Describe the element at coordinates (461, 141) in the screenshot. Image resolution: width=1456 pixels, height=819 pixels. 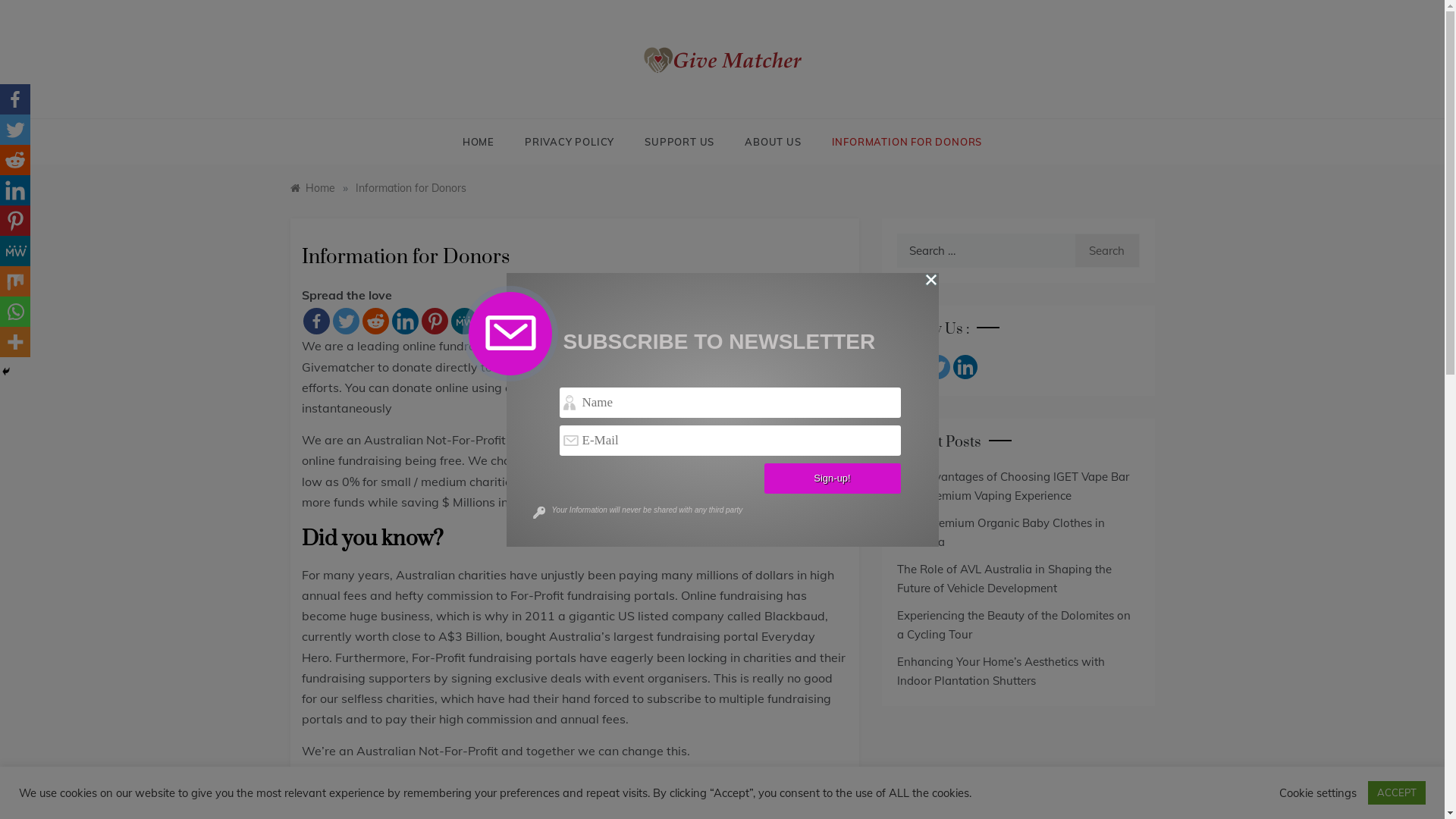
I see `'HOME'` at that location.